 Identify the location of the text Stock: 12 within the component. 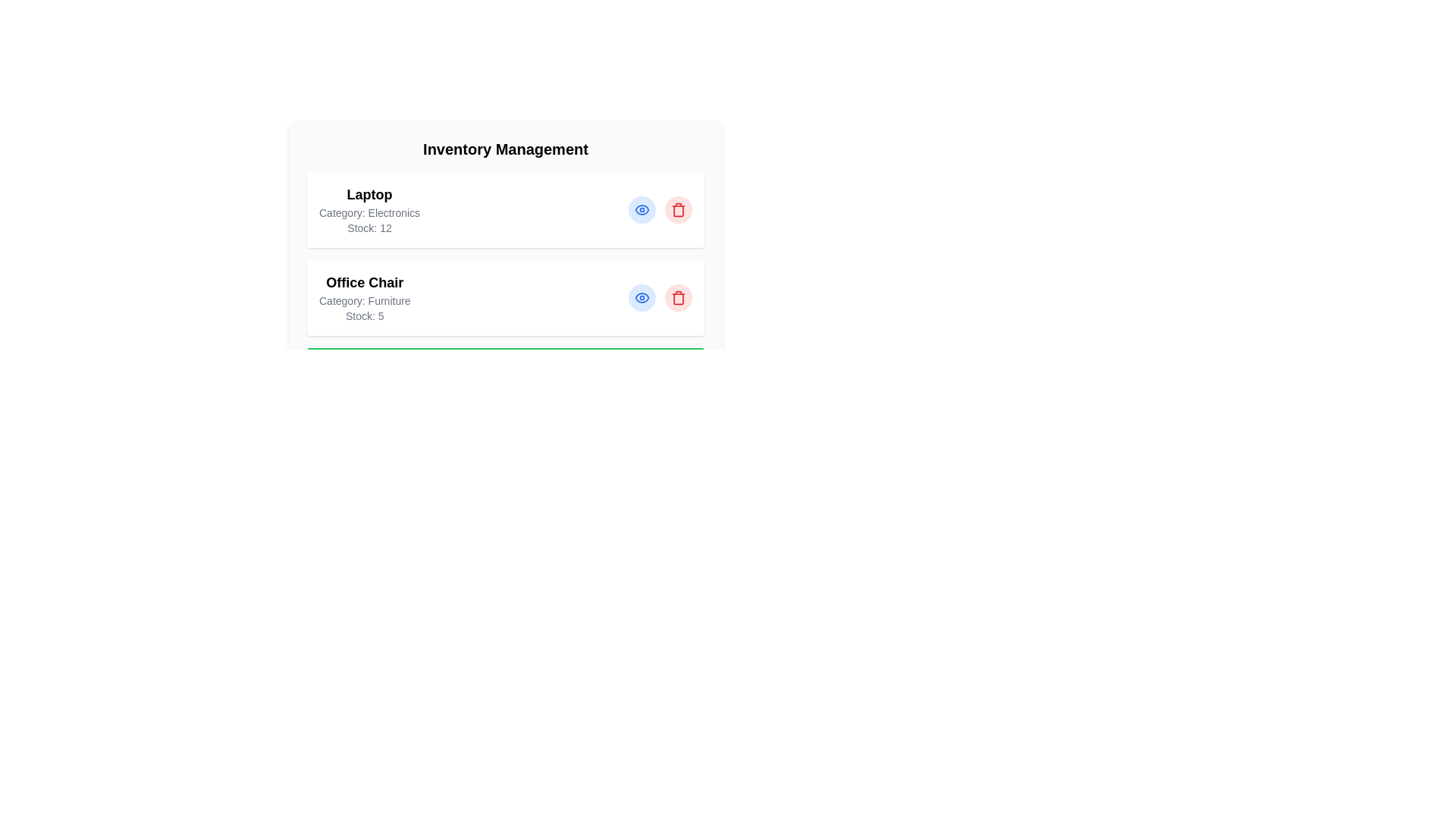
(369, 227).